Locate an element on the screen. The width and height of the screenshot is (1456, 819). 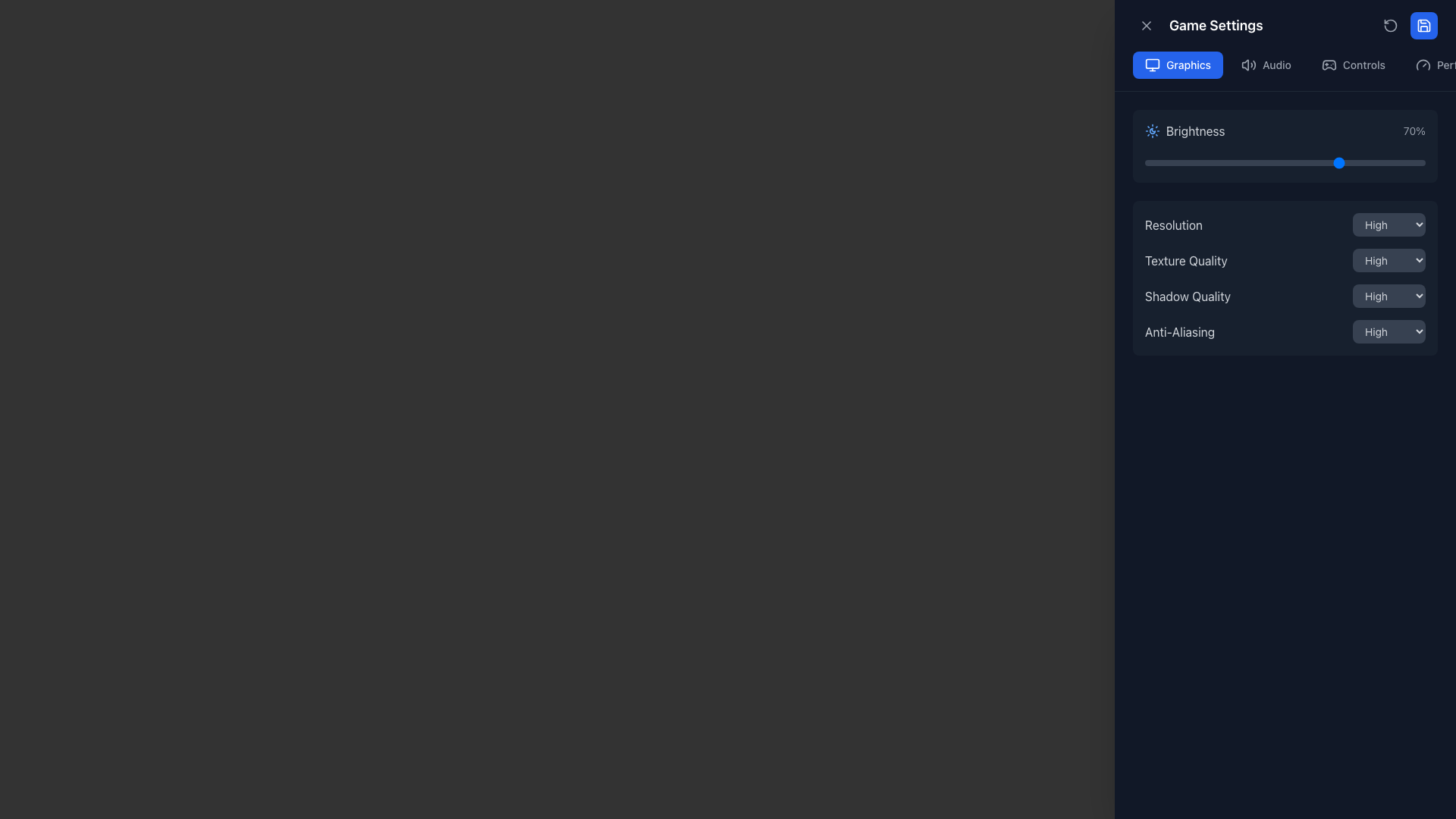
brightness is located at coordinates (1175, 163).